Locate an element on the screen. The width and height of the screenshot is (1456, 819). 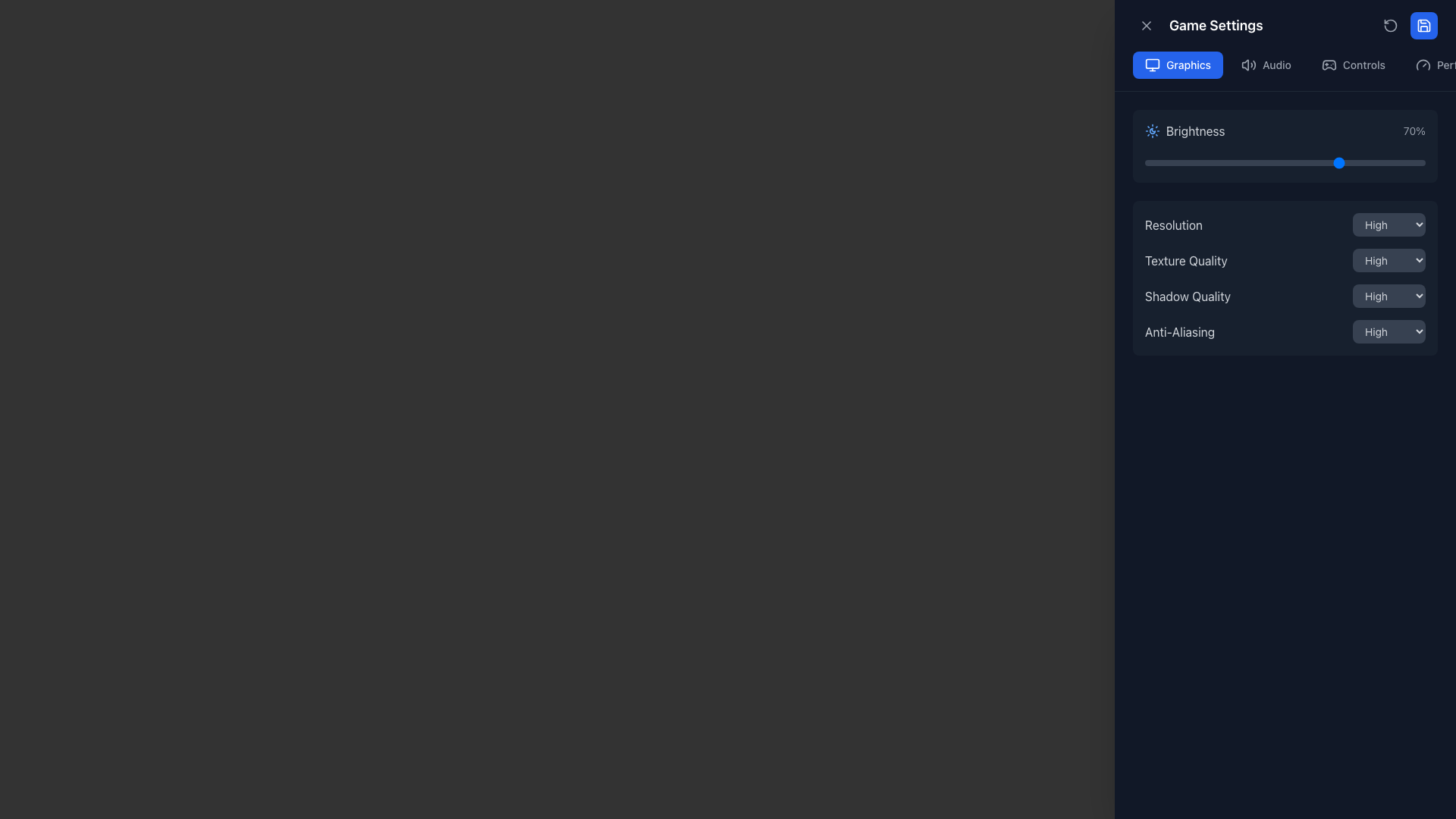
brightness is located at coordinates (1175, 163).